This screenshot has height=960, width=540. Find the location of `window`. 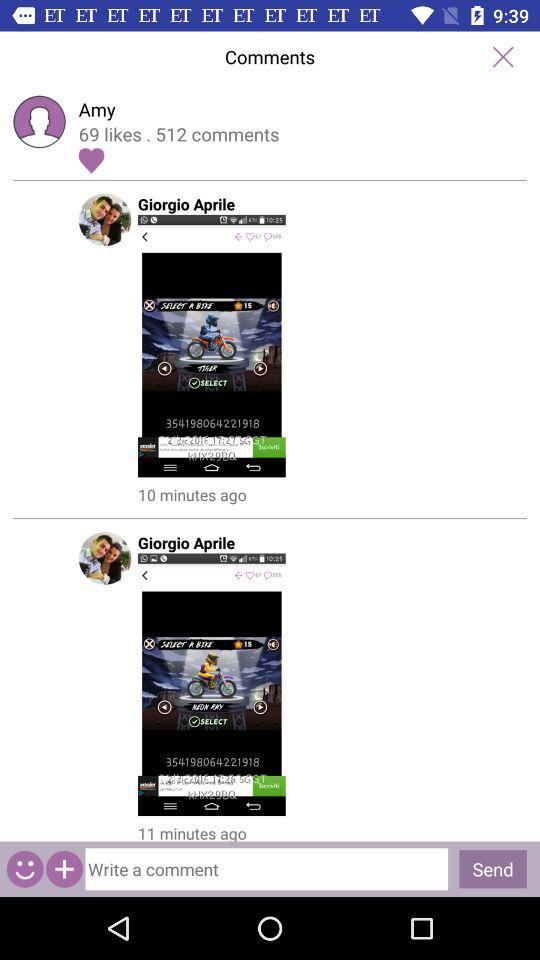

window is located at coordinates (502, 56).